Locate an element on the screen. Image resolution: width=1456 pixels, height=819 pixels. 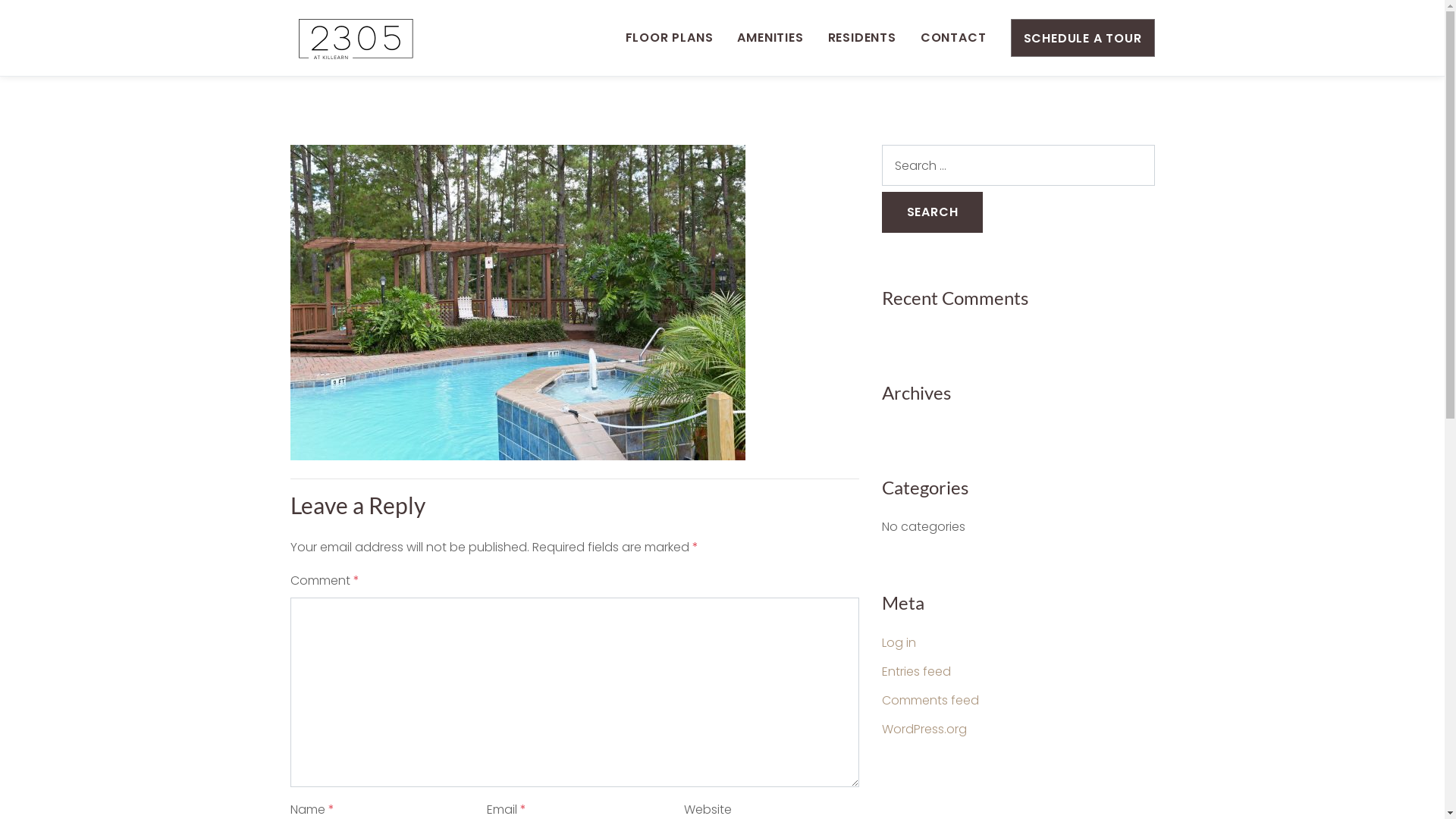
'WordPress.org' is located at coordinates (923, 728).